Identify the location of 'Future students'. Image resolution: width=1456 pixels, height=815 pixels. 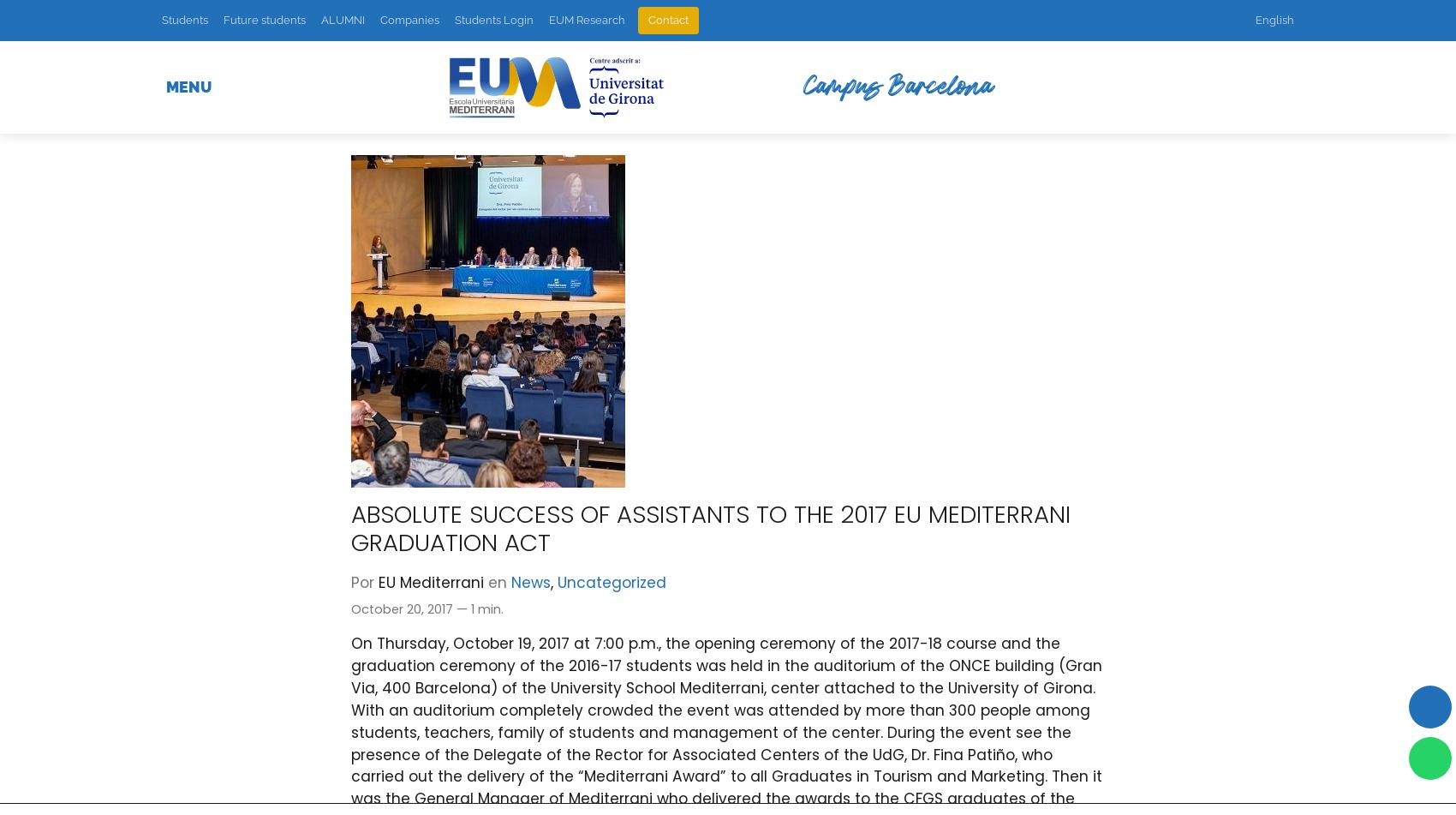
(265, 20).